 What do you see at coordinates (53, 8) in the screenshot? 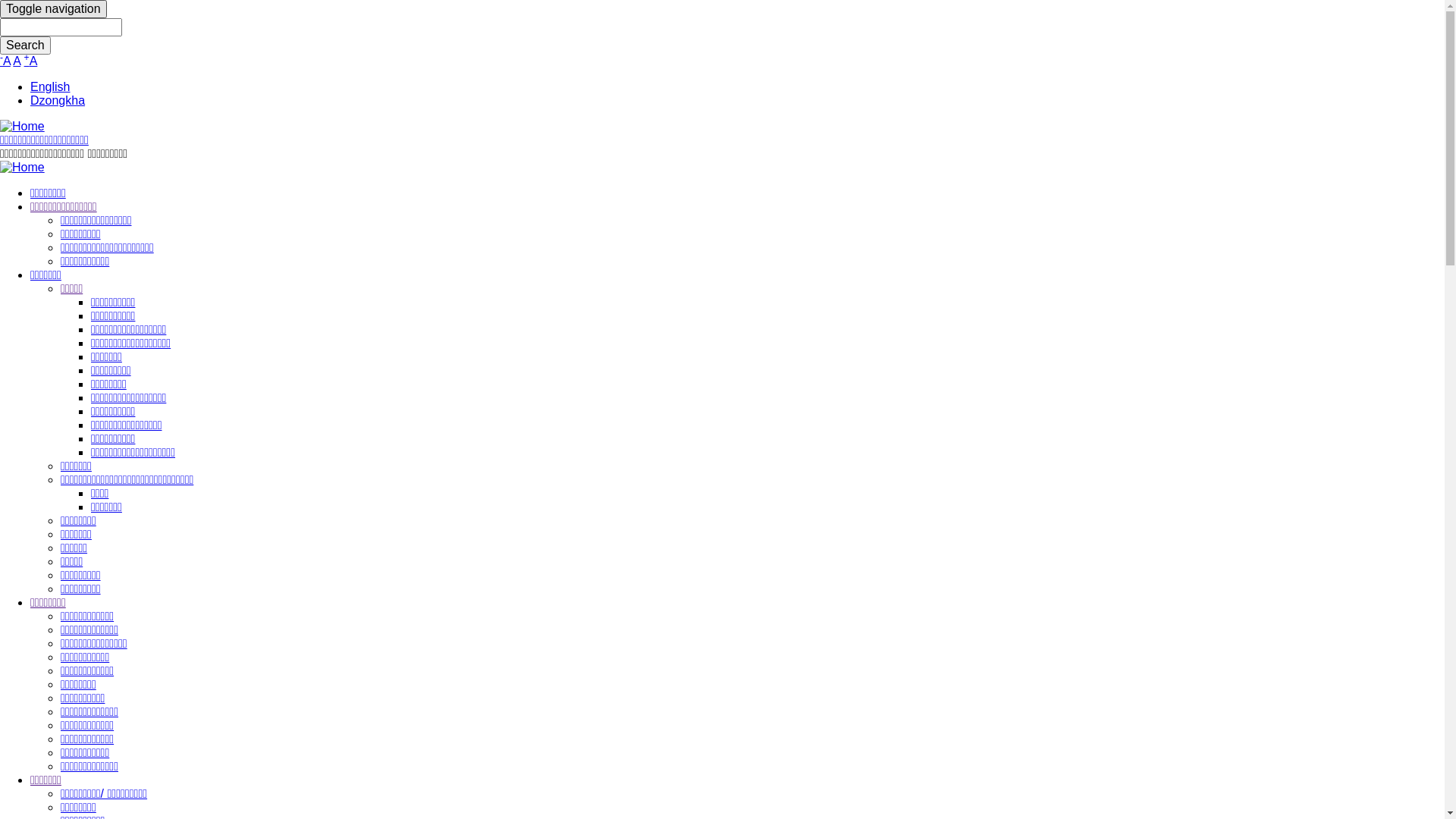
I see `'Toggle navigation'` at bounding box center [53, 8].